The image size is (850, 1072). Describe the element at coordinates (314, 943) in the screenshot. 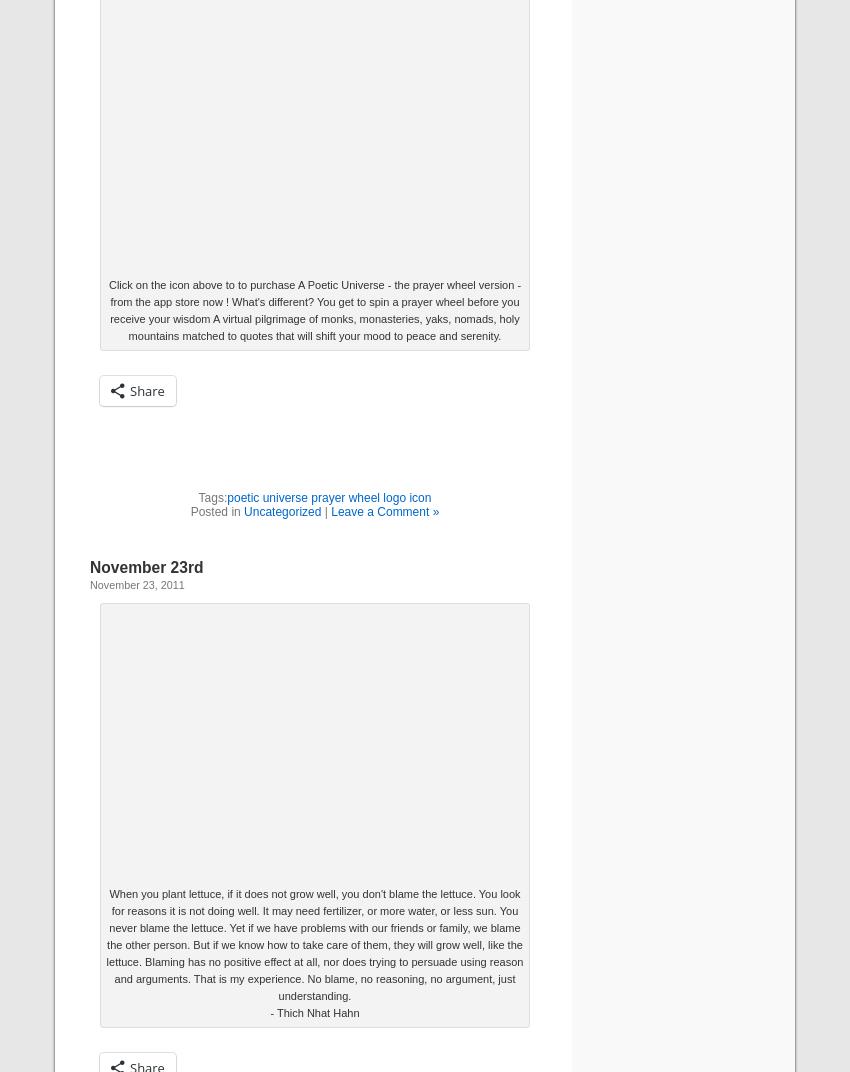

I see `'When you plant lettuce, if it does not grow well, you don't blame the lettuce. You look for reasons it is not doing well. It may need fertilizer, or more water, or less sun. You never blame the lettuce. Yet if we have problems with our friends or family, we blame the other person. But if we know how to take care of them, they will grow well, like the lettuce. Blaming has no positive effect at all, nor does trying to persuade using reason and arguments. That is my experience. No blame, no reasoning, no argument, just understanding.'` at that location.